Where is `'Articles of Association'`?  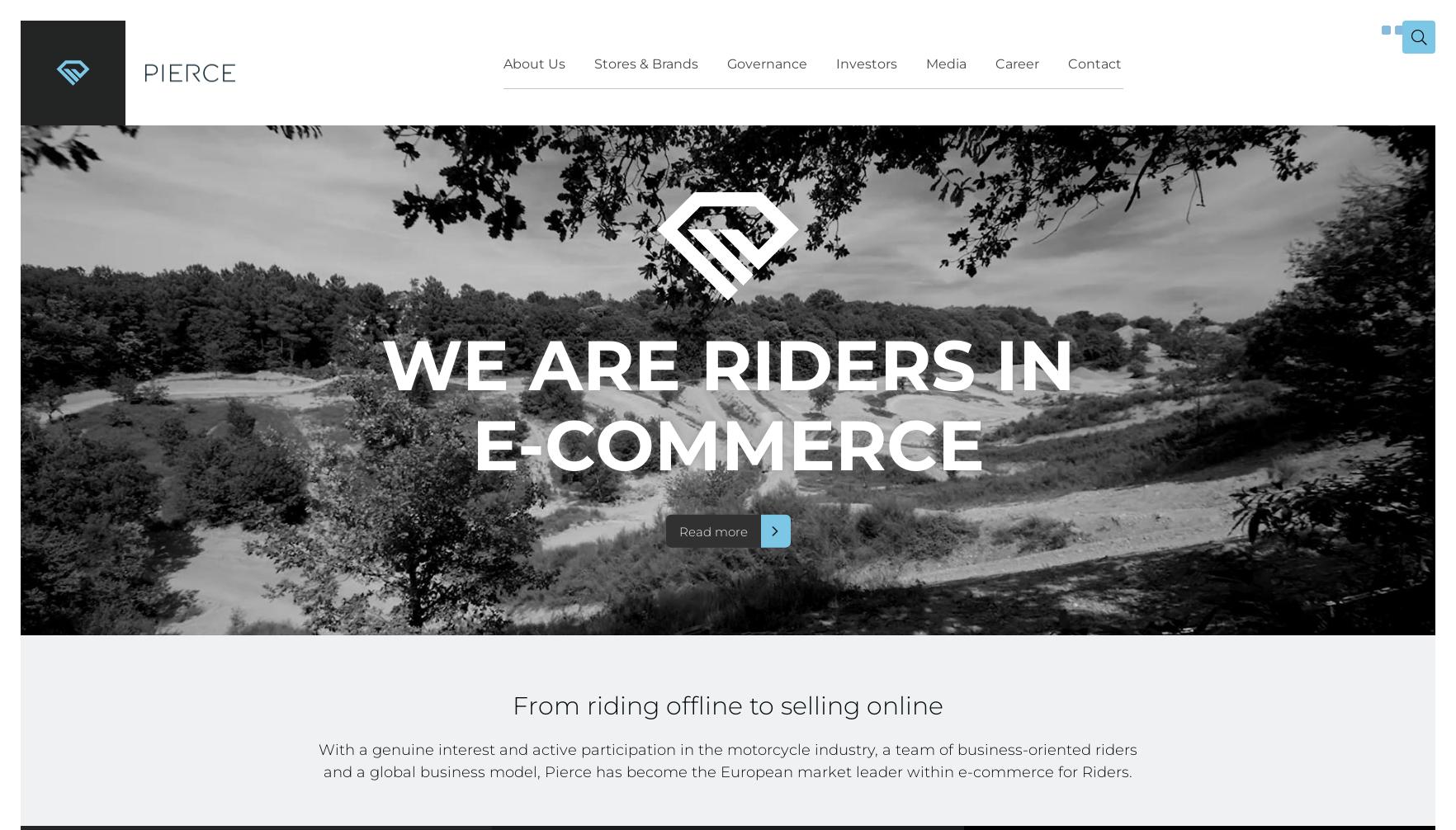
'Articles of Association' is located at coordinates (981, 236).